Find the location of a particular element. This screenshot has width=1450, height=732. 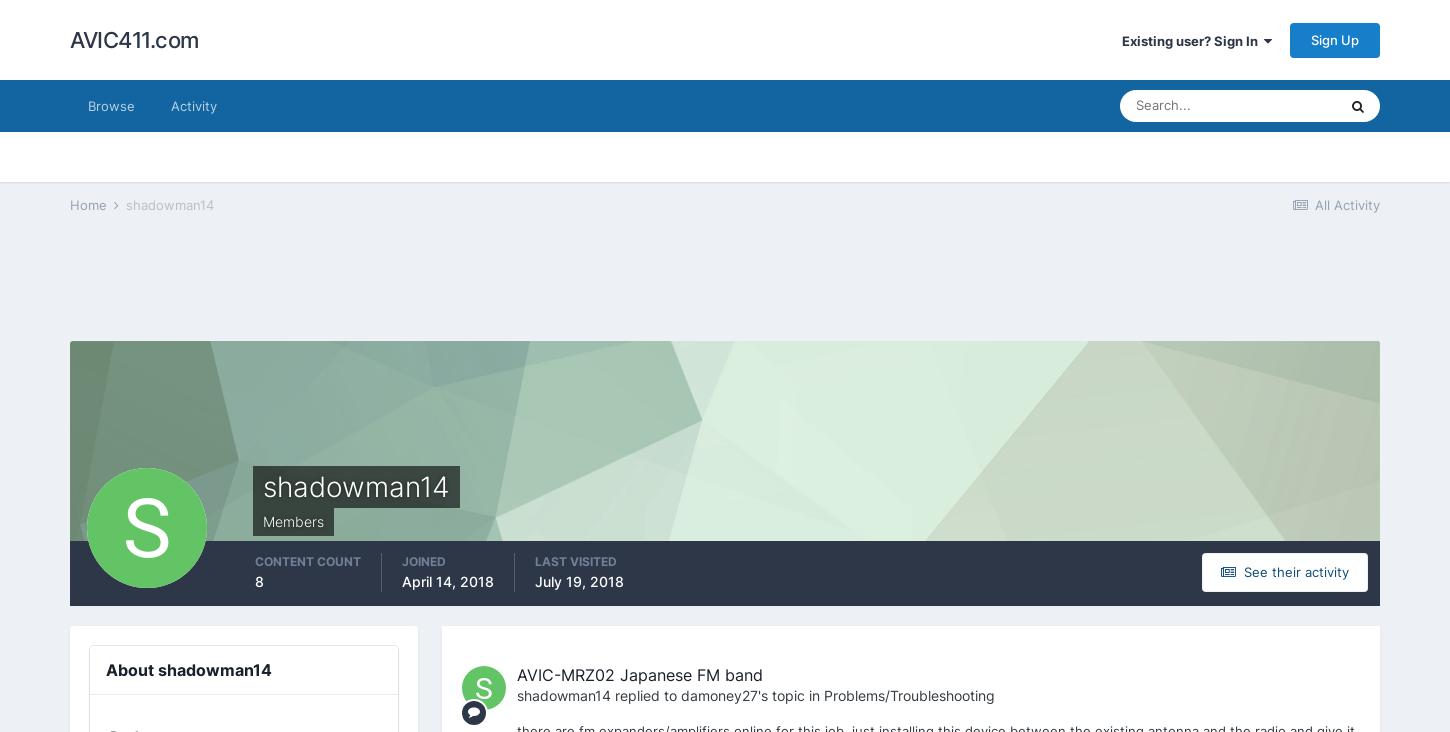

'April 14, 2018' is located at coordinates (447, 580).